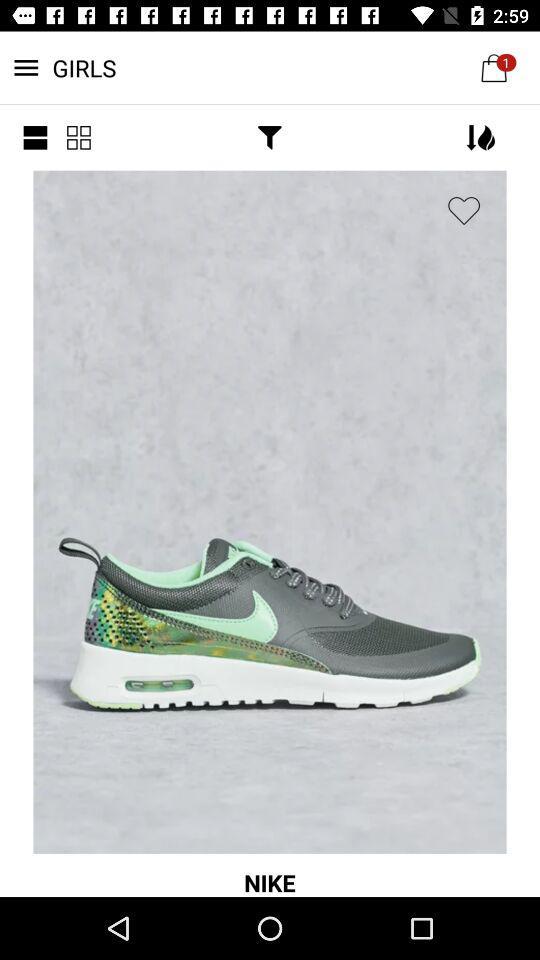  I want to click on the item to the left of the girls item, so click(35, 136).